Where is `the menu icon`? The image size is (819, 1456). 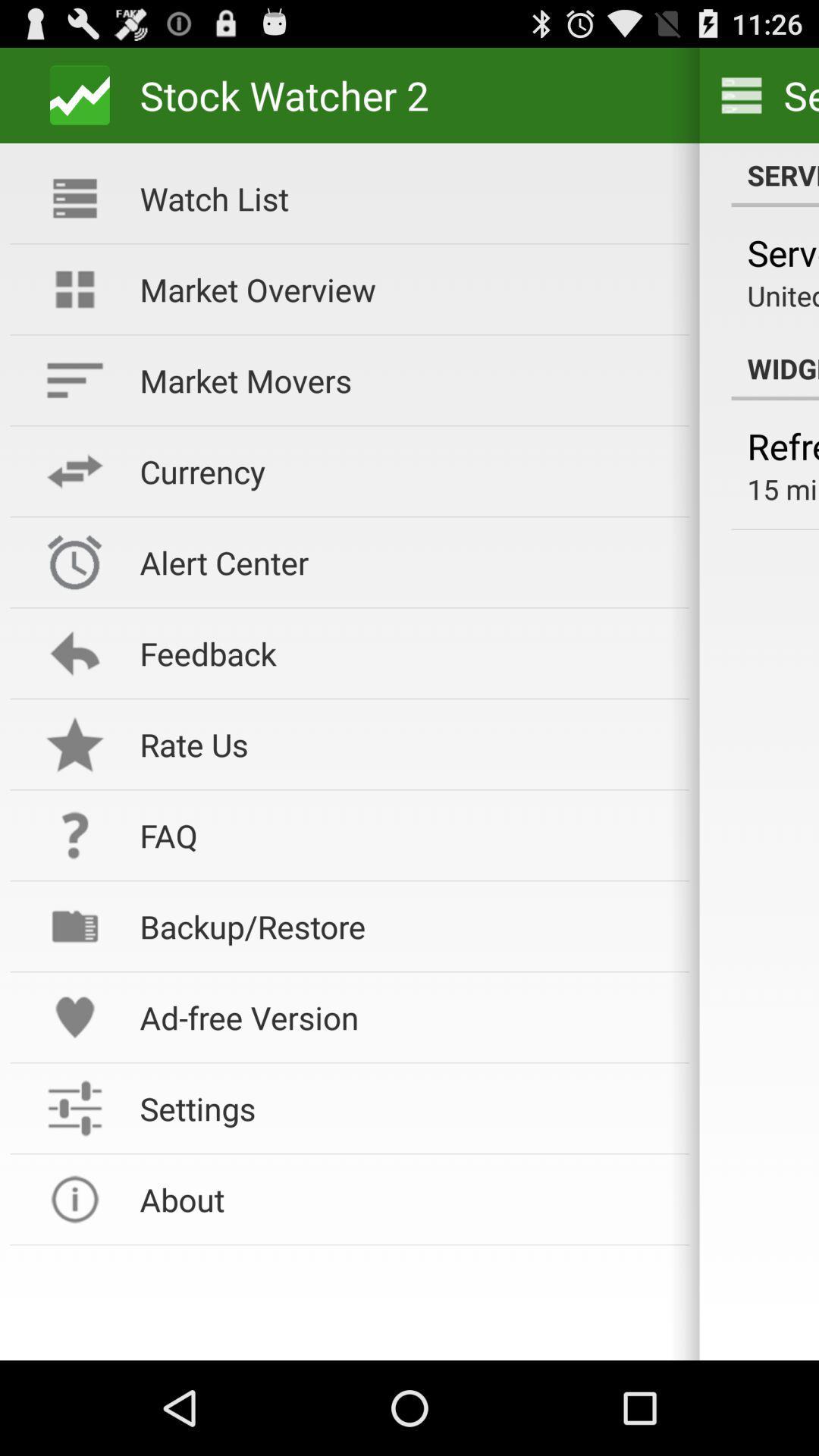 the menu icon is located at coordinates (741, 101).